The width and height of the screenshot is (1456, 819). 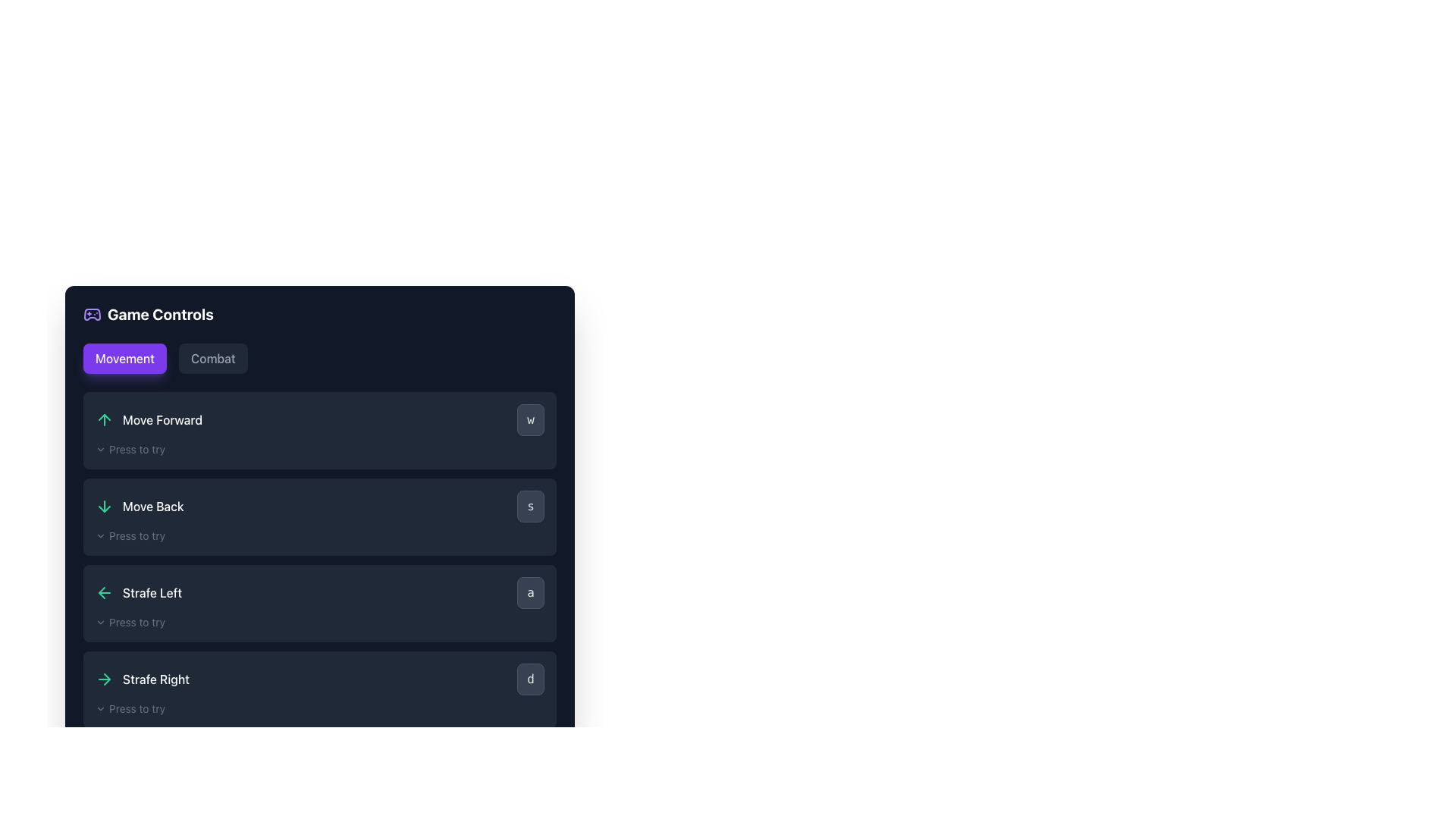 What do you see at coordinates (138, 592) in the screenshot?
I see `the label element displaying the text 'Strafe Left' with a leftward-pointing arrow icon, styled in green and featuring bold white text` at bounding box center [138, 592].